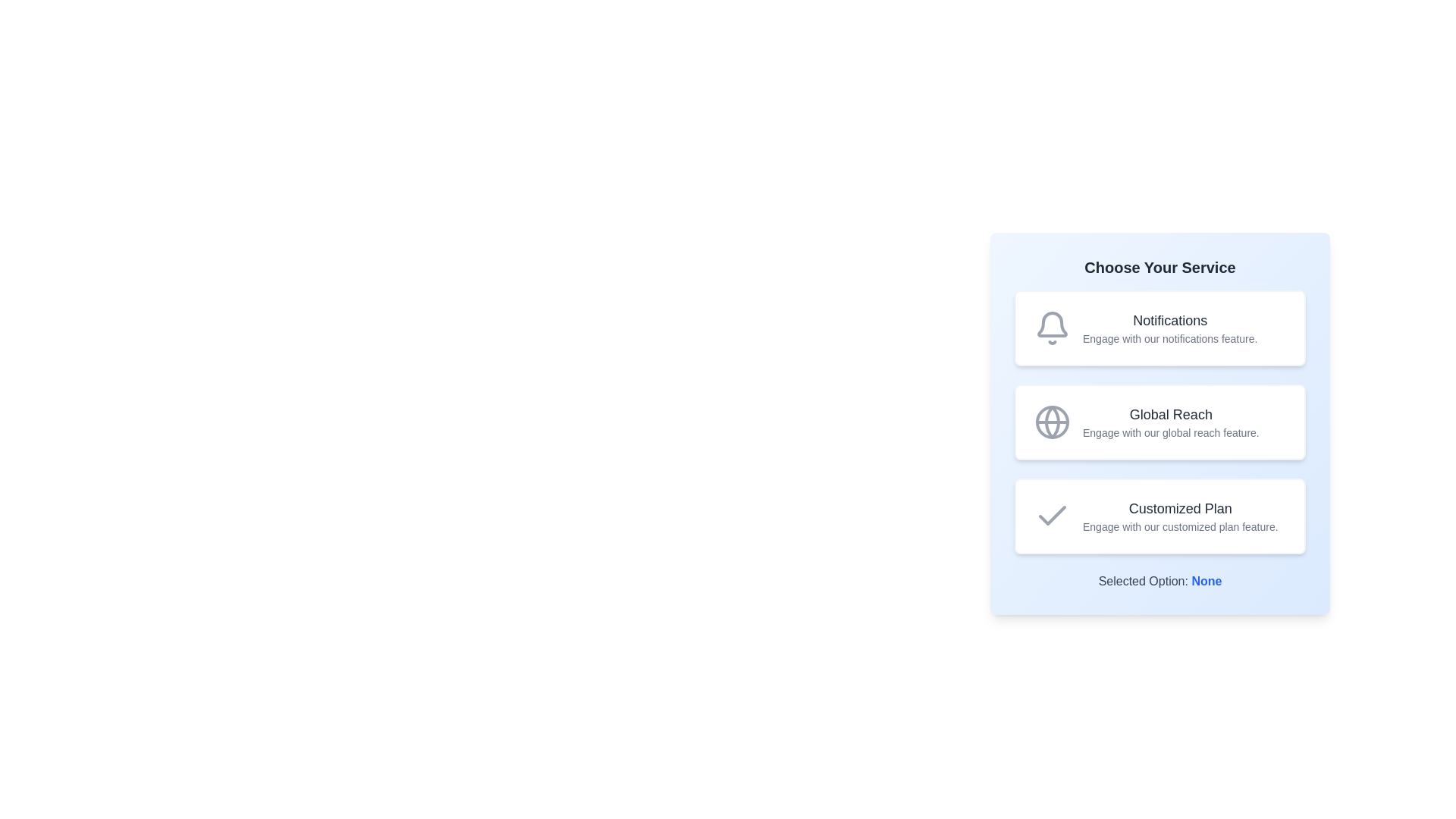 The image size is (1456, 819). I want to click on the static text label that reads 'Engage with our notifications feature.', which is positioned below the 'Notifications' heading, so click(1169, 338).